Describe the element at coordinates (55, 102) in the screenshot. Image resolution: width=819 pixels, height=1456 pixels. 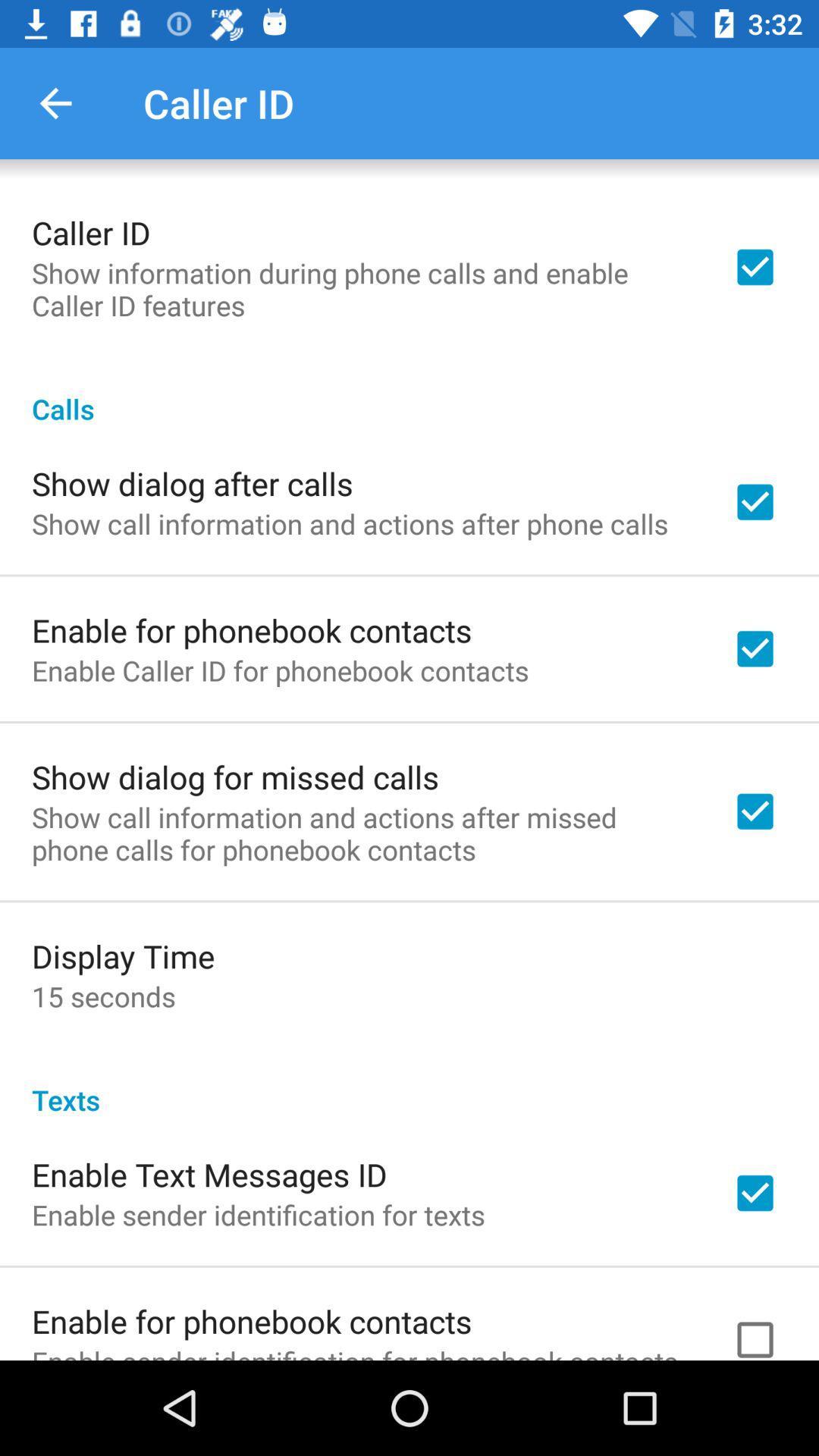
I see `icon next to the caller id` at that location.